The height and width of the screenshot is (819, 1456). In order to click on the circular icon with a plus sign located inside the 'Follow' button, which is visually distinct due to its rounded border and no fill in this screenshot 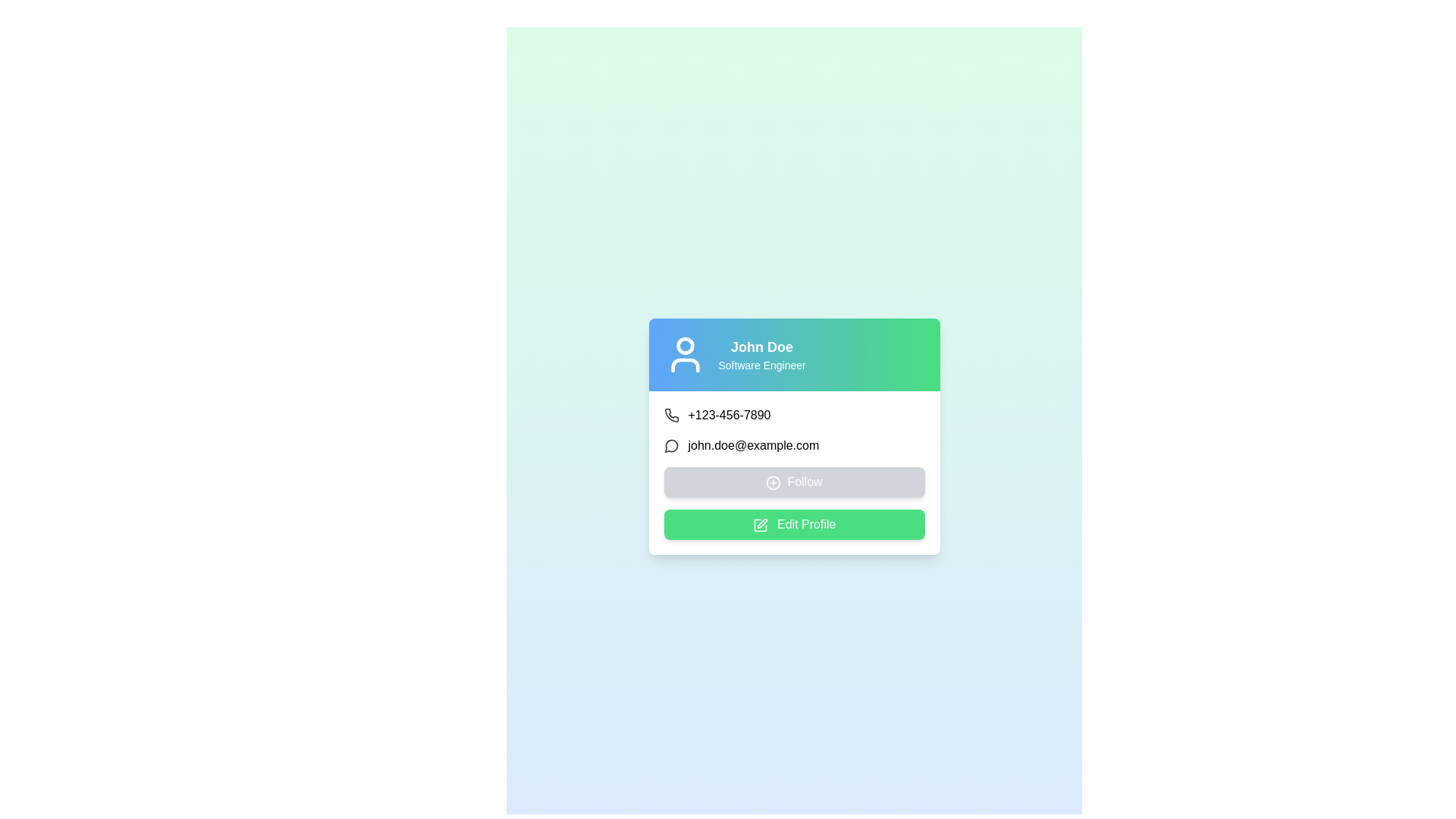, I will do `click(773, 482)`.